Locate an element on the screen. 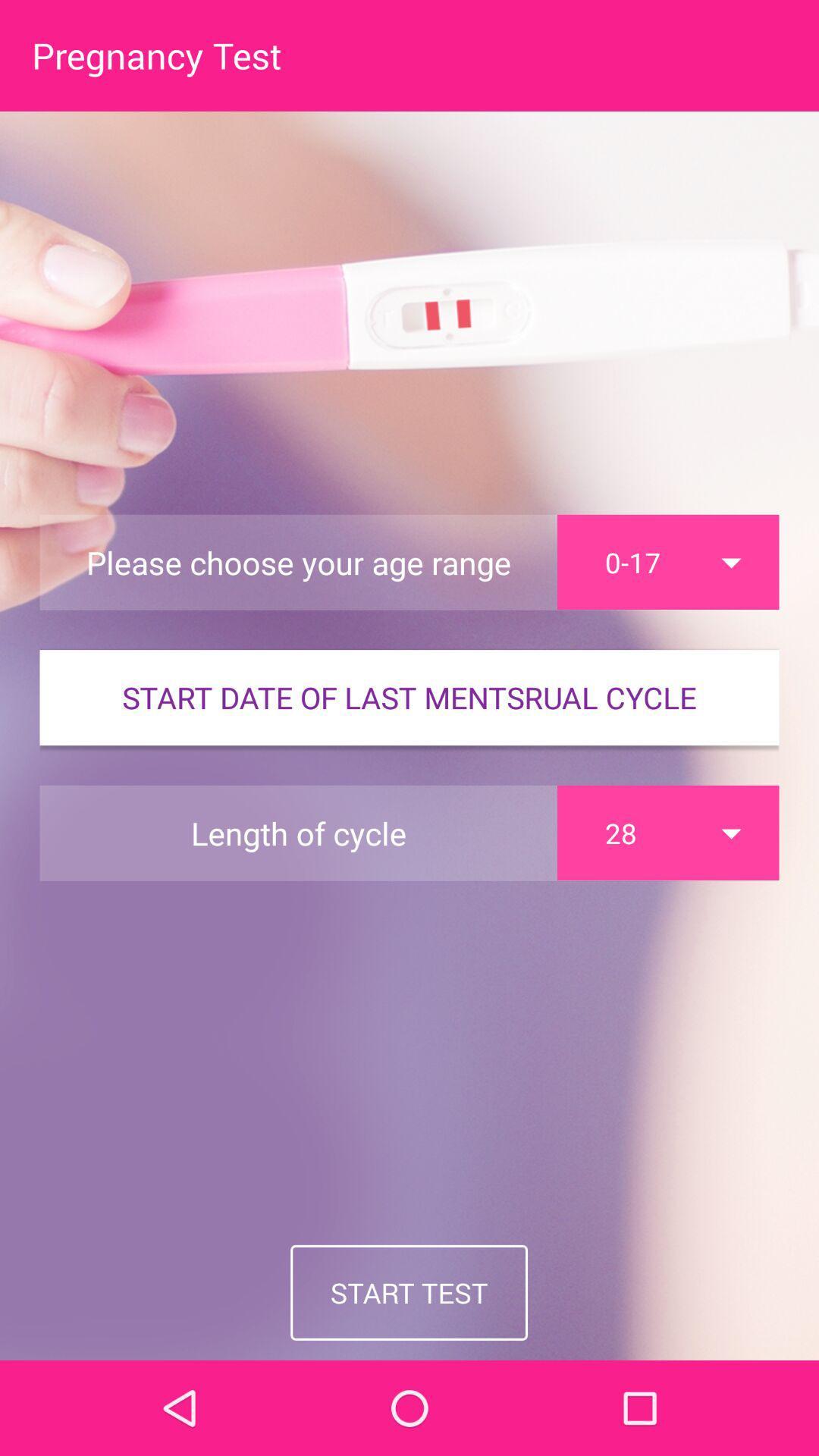 The width and height of the screenshot is (819, 1456). the item below the start date of is located at coordinates (667, 832).